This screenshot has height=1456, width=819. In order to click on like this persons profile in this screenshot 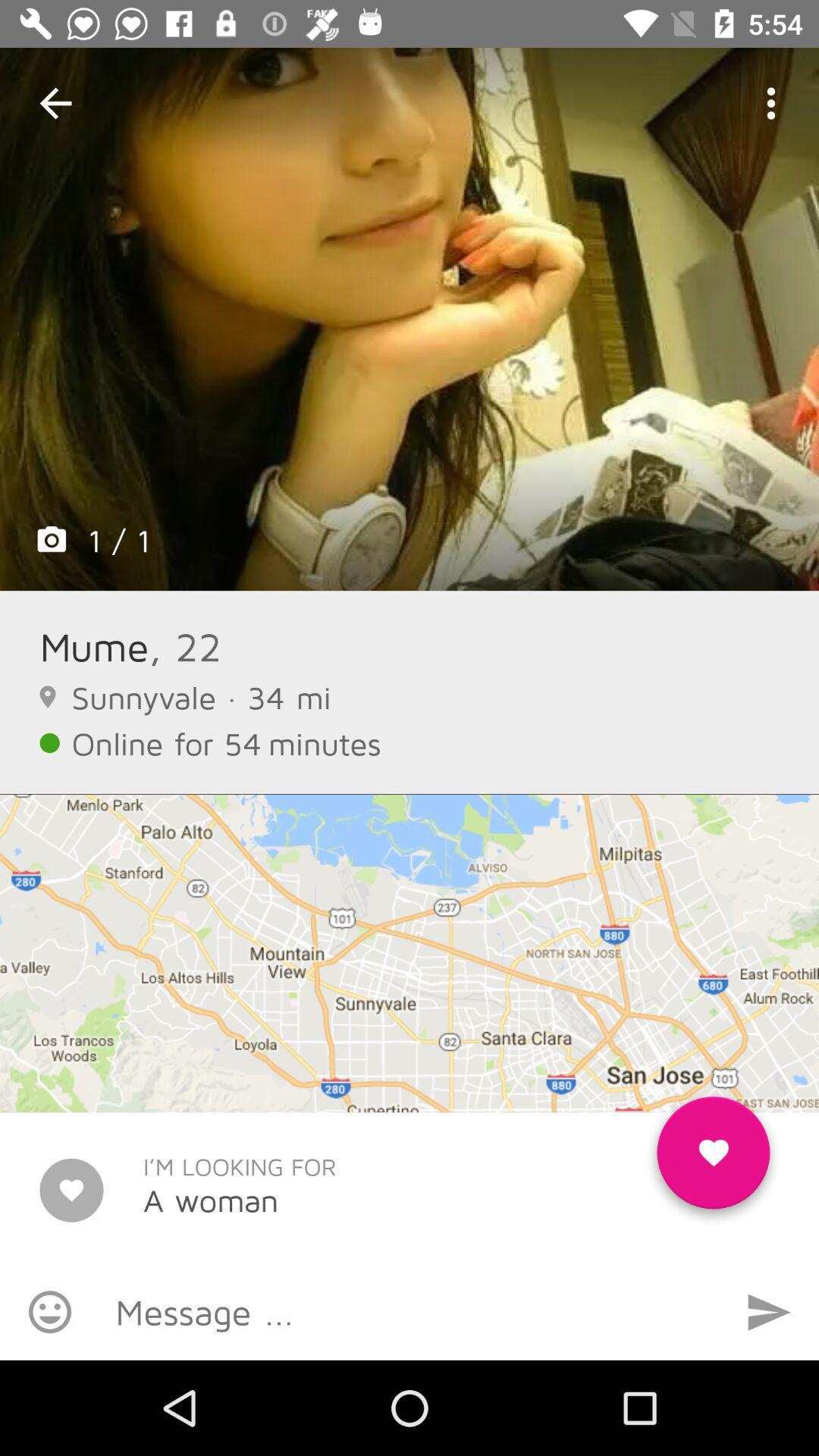, I will do `click(713, 1158)`.